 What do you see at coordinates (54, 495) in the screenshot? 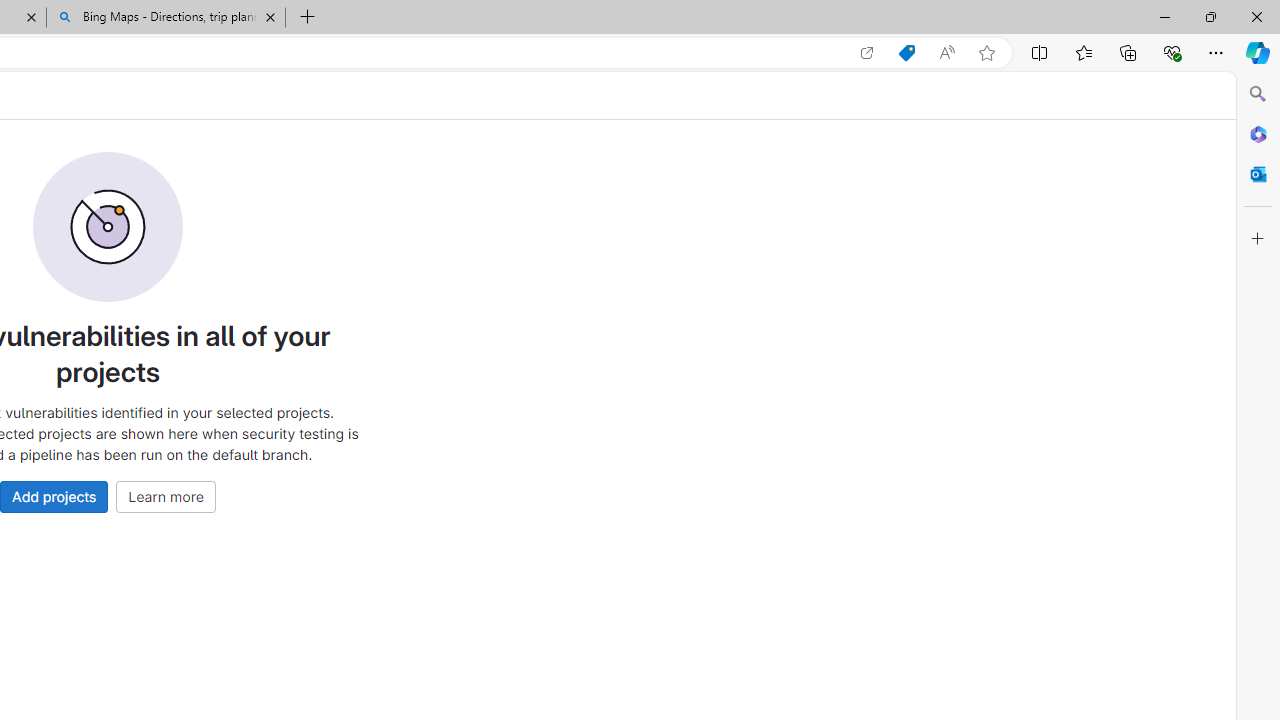
I see `'Add projects'` at bounding box center [54, 495].